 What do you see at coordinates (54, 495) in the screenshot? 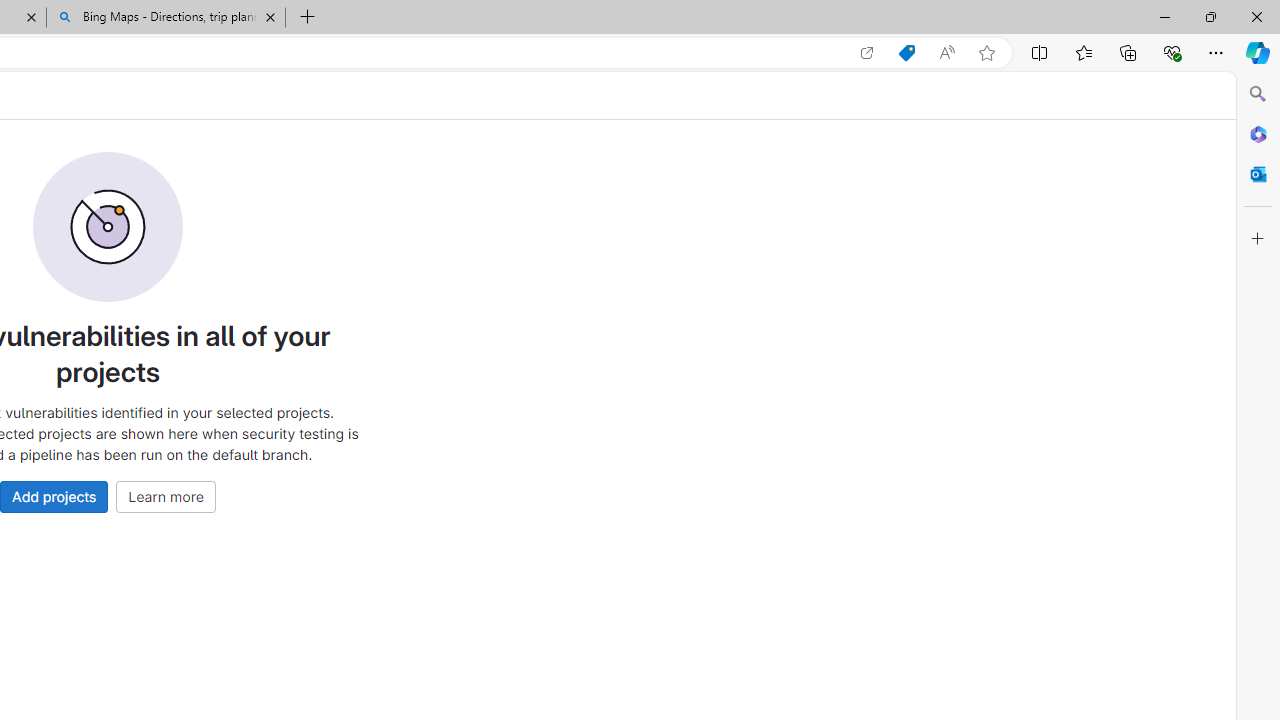
I see `'Add projects'` at bounding box center [54, 495].